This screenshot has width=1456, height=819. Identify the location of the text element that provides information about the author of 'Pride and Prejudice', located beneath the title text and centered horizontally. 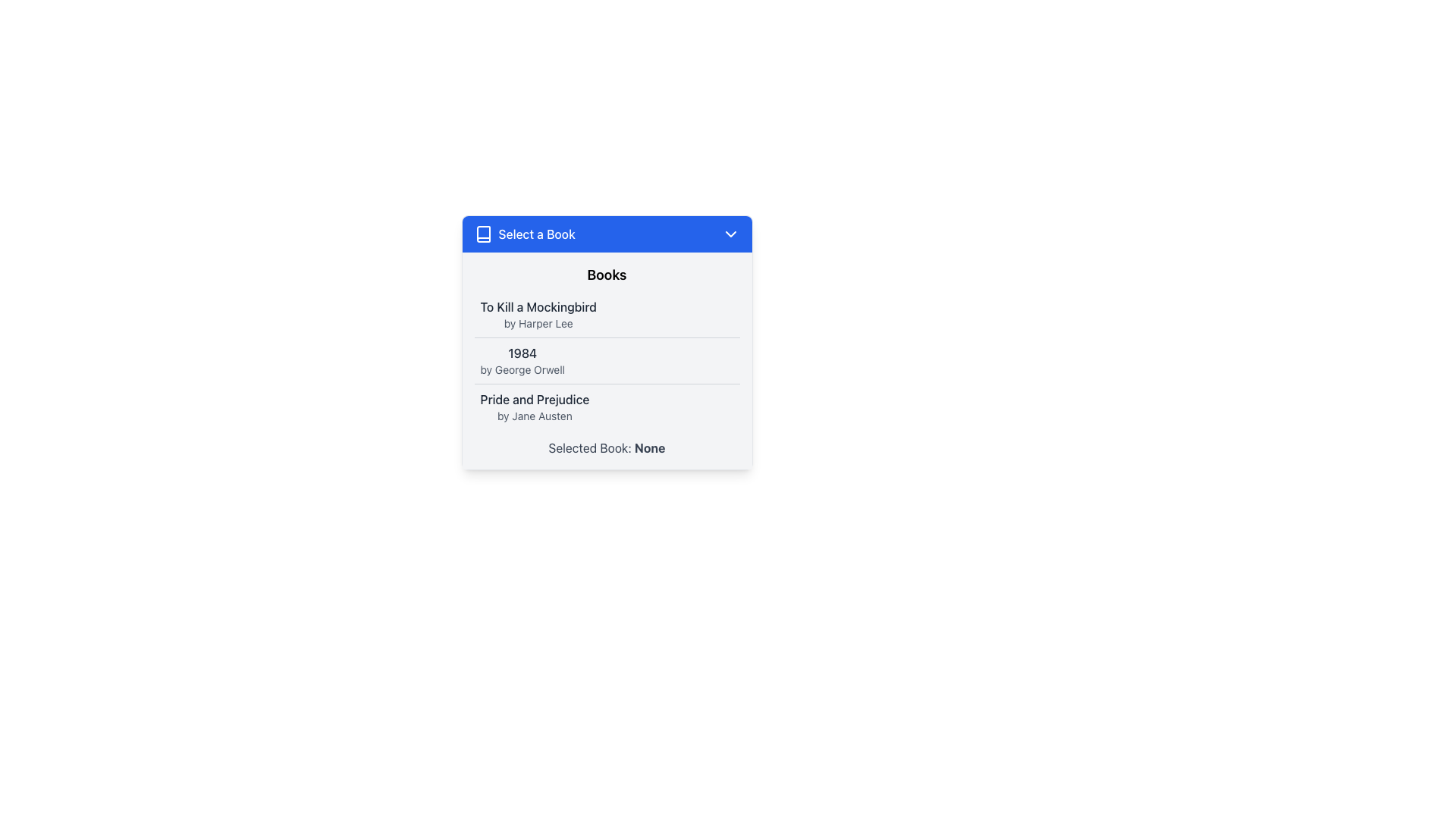
(535, 416).